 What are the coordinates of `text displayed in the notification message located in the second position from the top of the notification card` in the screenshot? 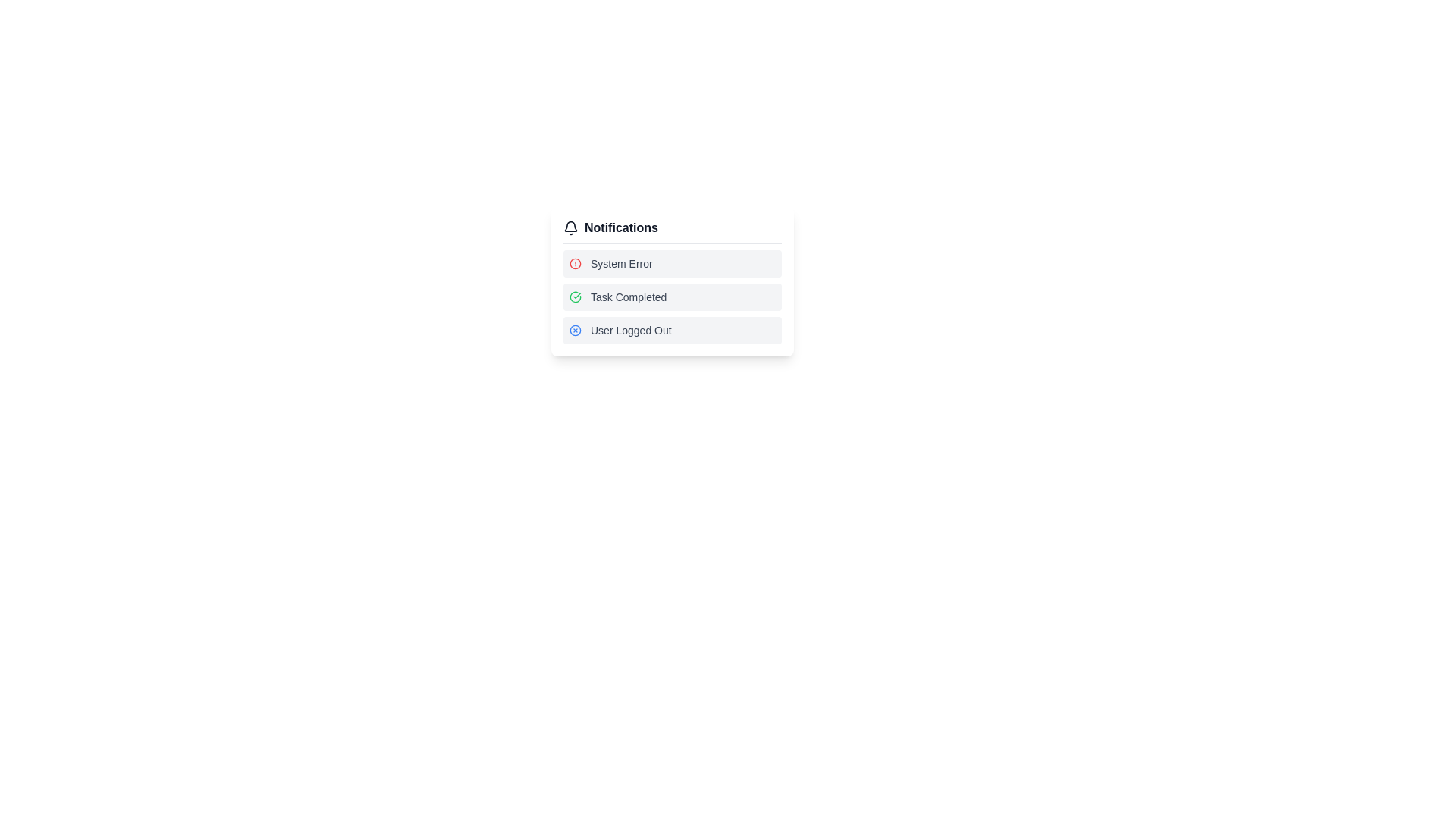 It's located at (629, 297).